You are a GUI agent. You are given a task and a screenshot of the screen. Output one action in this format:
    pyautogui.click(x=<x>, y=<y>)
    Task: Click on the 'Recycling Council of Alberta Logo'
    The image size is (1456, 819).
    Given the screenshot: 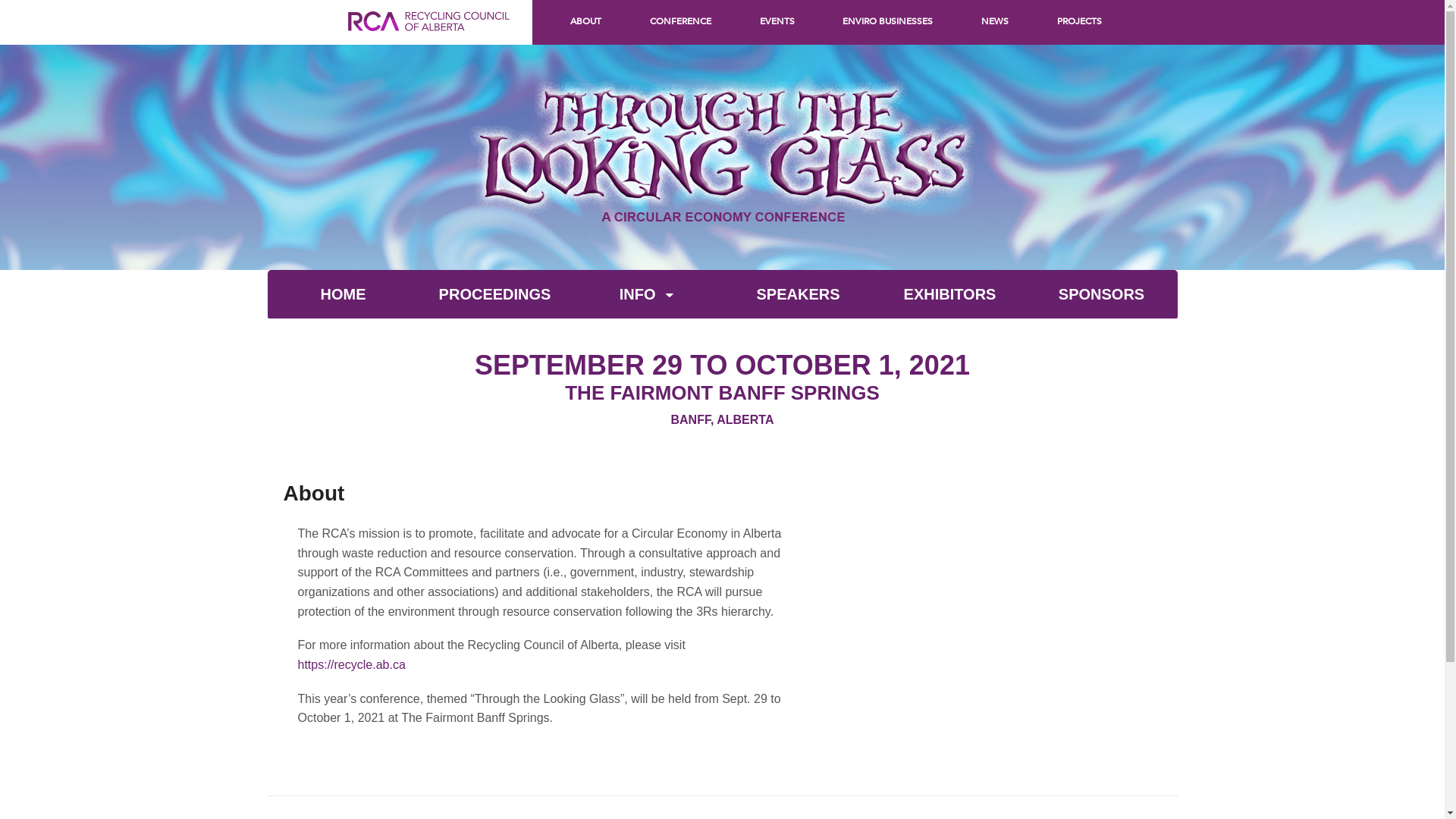 What is the action you would take?
    pyautogui.click(x=346, y=36)
    